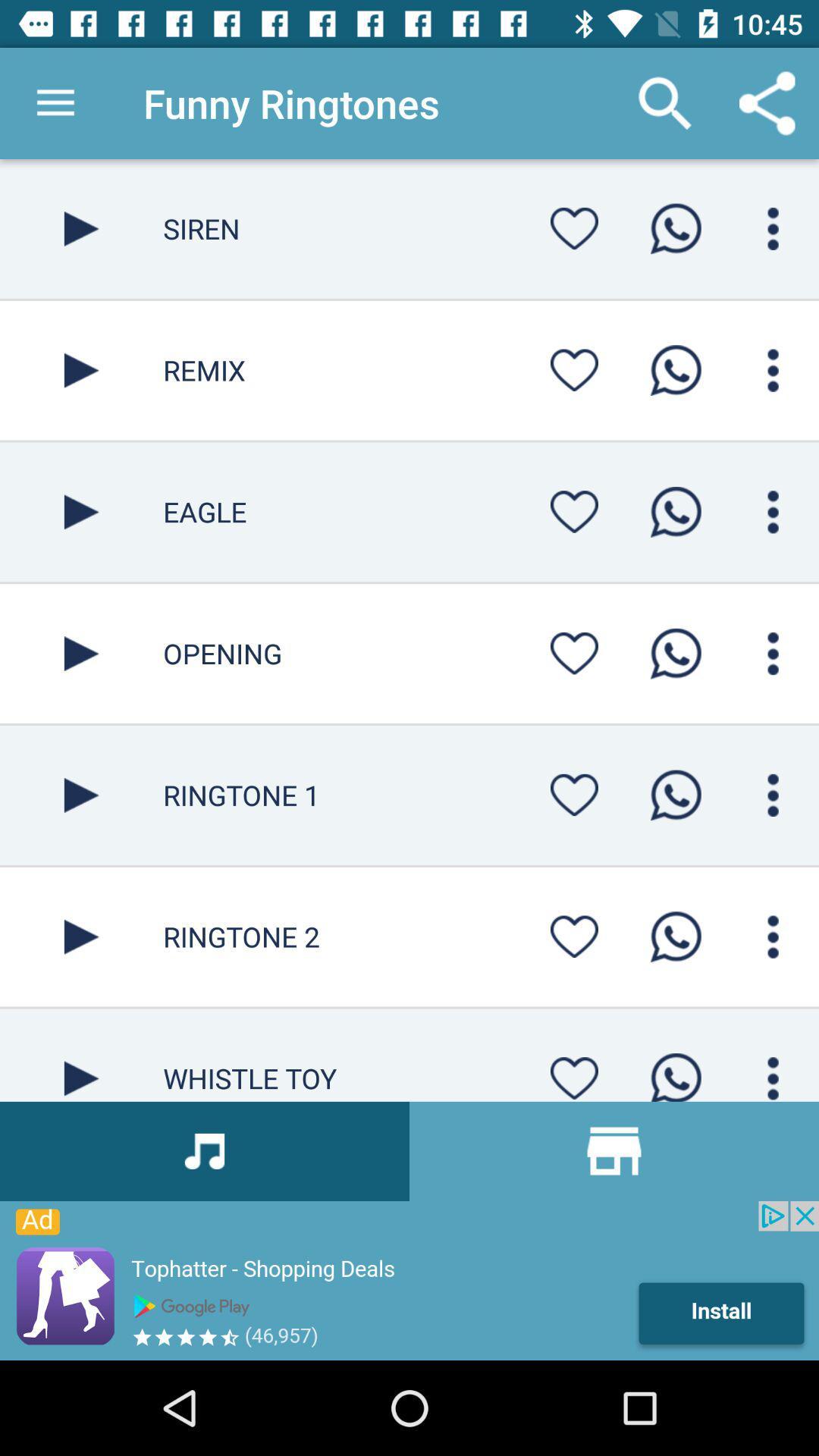 This screenshot has width=819, height=1456. Describe the element at coordinates (409, 1280) in the screenshot. I see `advertisement page` at that location.